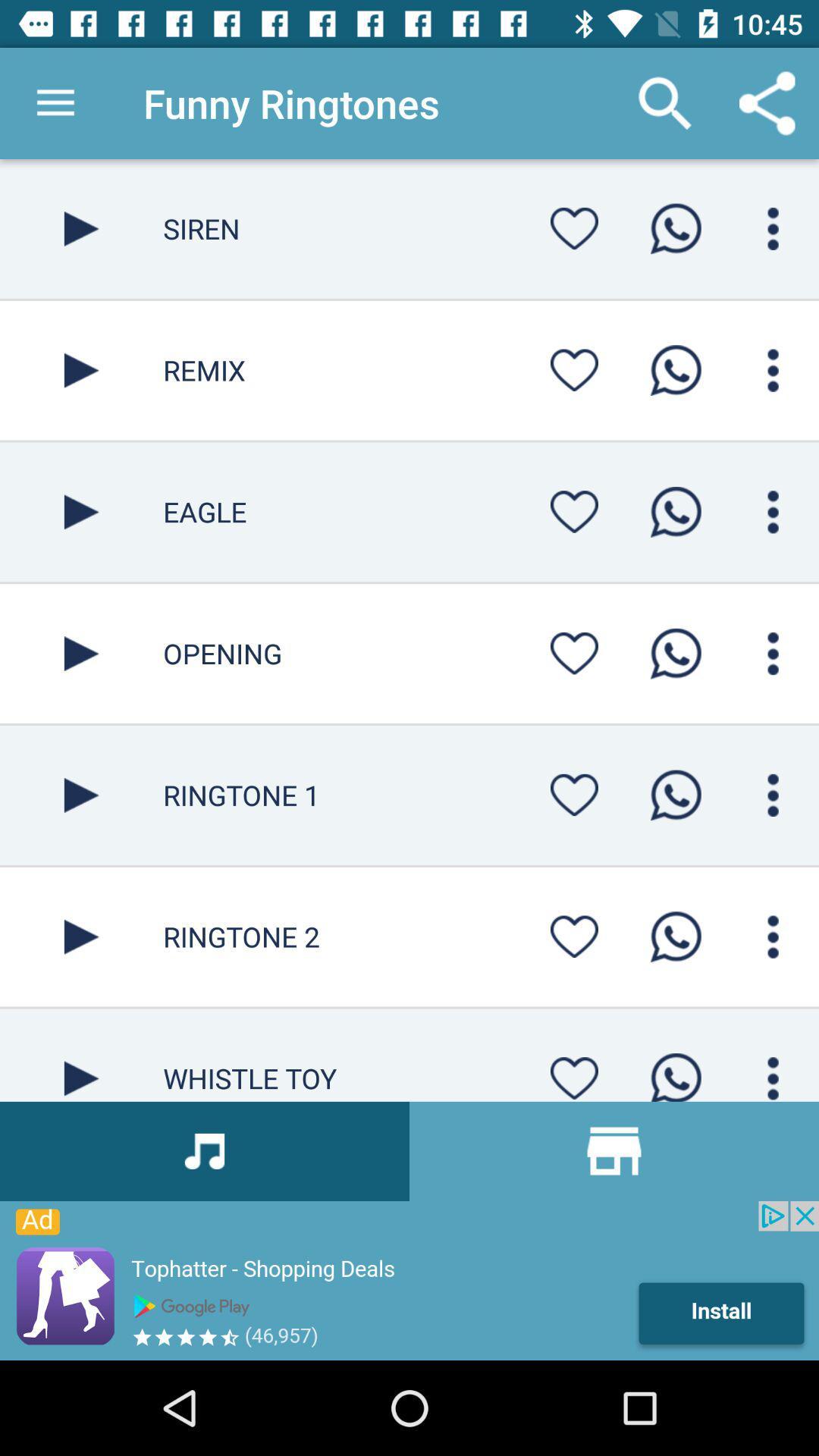 This screenshot has width=819, height=1456. Describe the element at coordinates (409, 1280) in the screenshot. I see `advertisement page` at that location.